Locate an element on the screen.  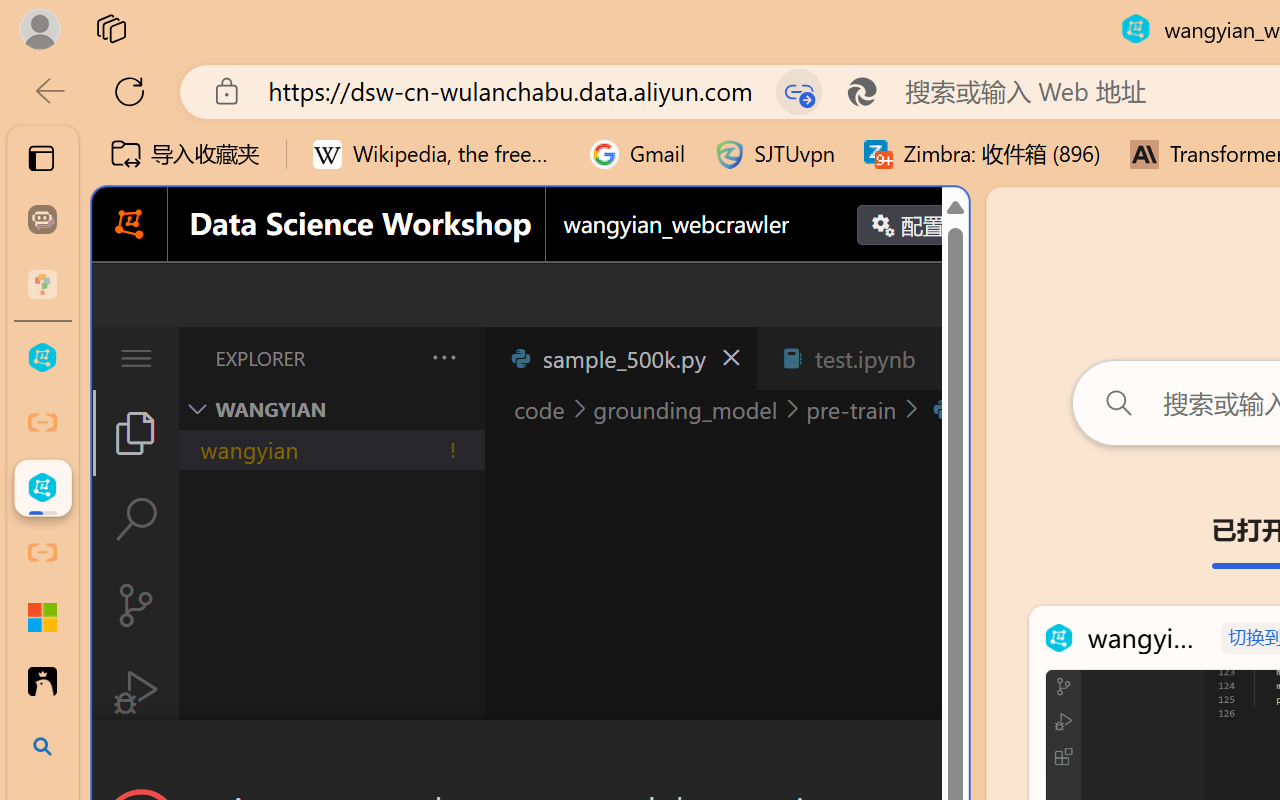
'Explorer actions' is located at coordinates (391, 358).